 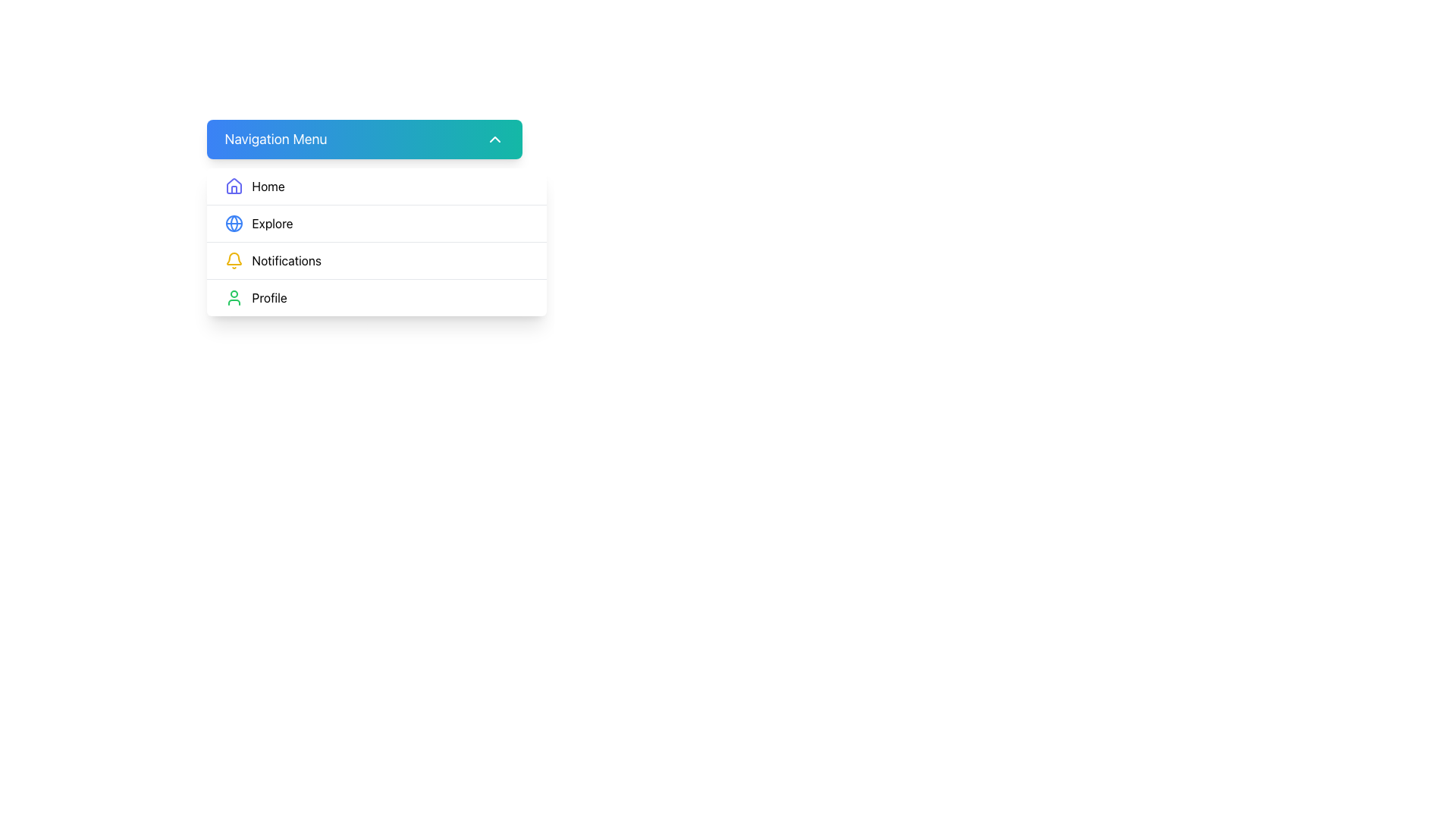 I want to click on the blue globe icon styled with a stroke, located to the left of the 'Explore' text in the vertical navigation menu, so click(x=233, y=223).